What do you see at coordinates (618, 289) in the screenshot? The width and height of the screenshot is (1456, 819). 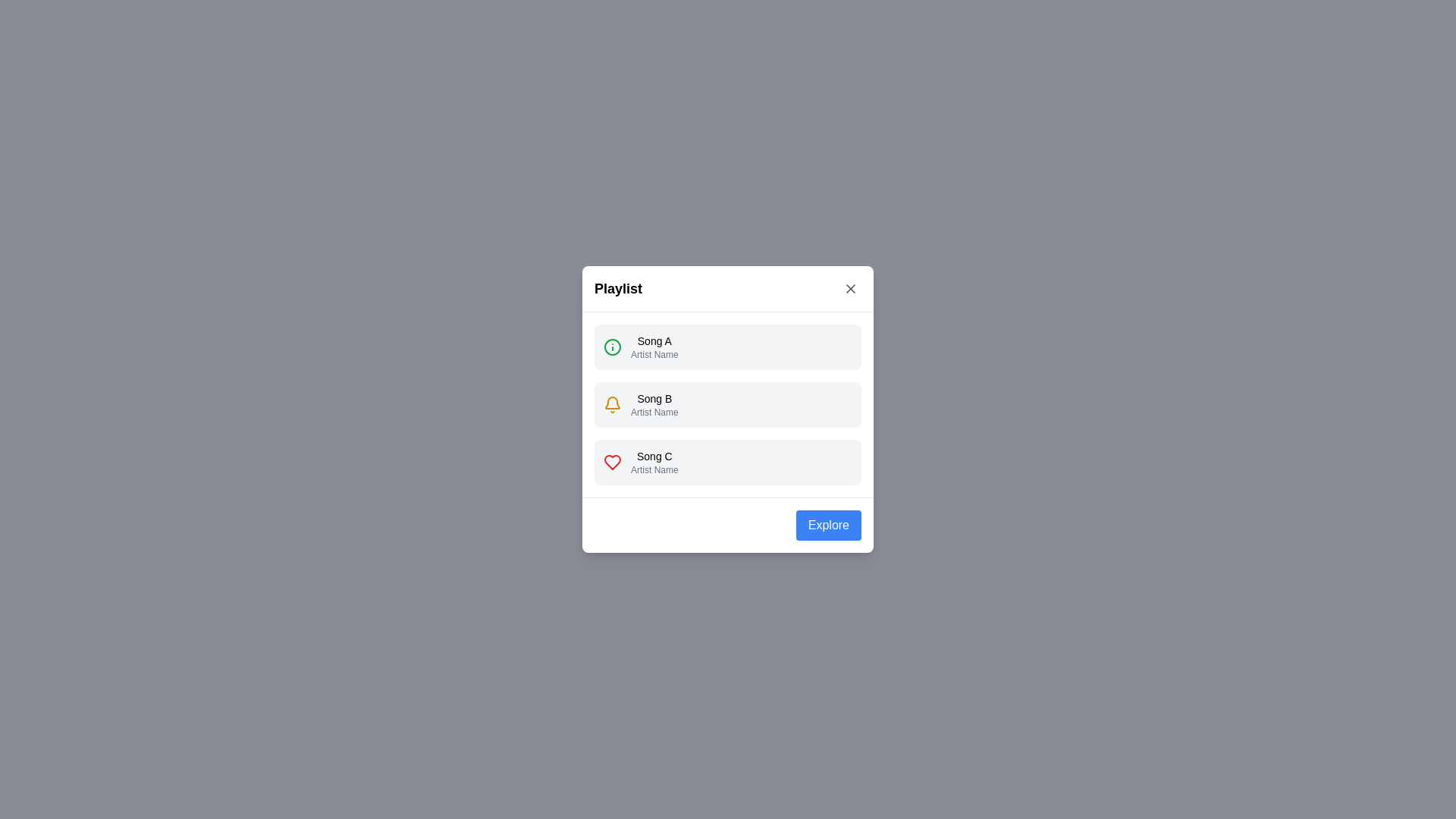 I see `text content of the 'Playlist' label located in the top-left corner of the dialog box, which is styled in bold and large font` at bounding box center [618, 289].